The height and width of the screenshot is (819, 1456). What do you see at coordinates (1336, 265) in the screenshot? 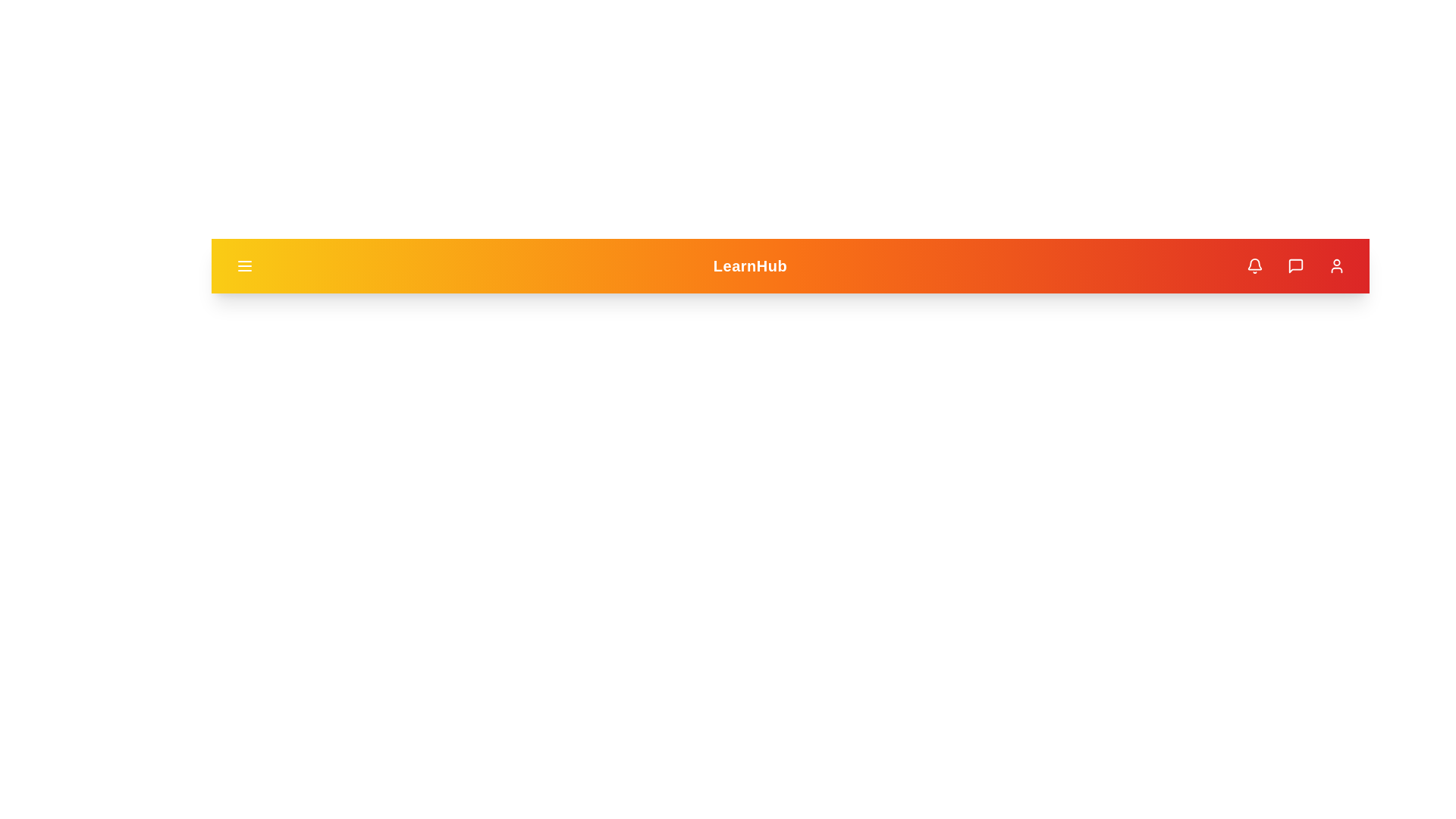
I see `the user profile icon` at bounding box center [1336, 265].